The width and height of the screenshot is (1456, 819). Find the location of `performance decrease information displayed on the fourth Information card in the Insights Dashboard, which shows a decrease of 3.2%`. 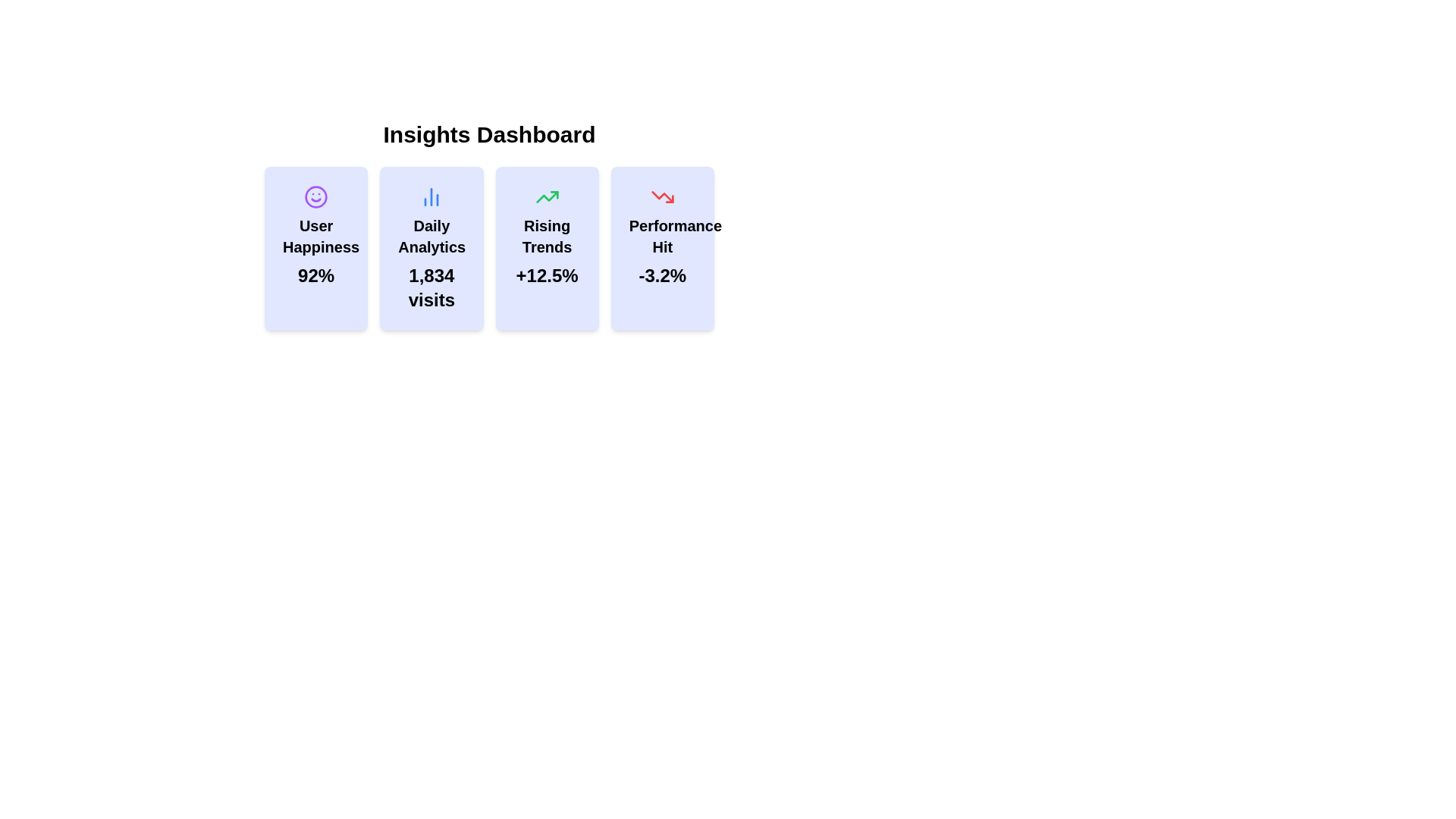

performance decrease information displayed on the fourth Information card in the Insights Dashboard, which shows a decrease of 3.2% is located at coordinates (662, 247).